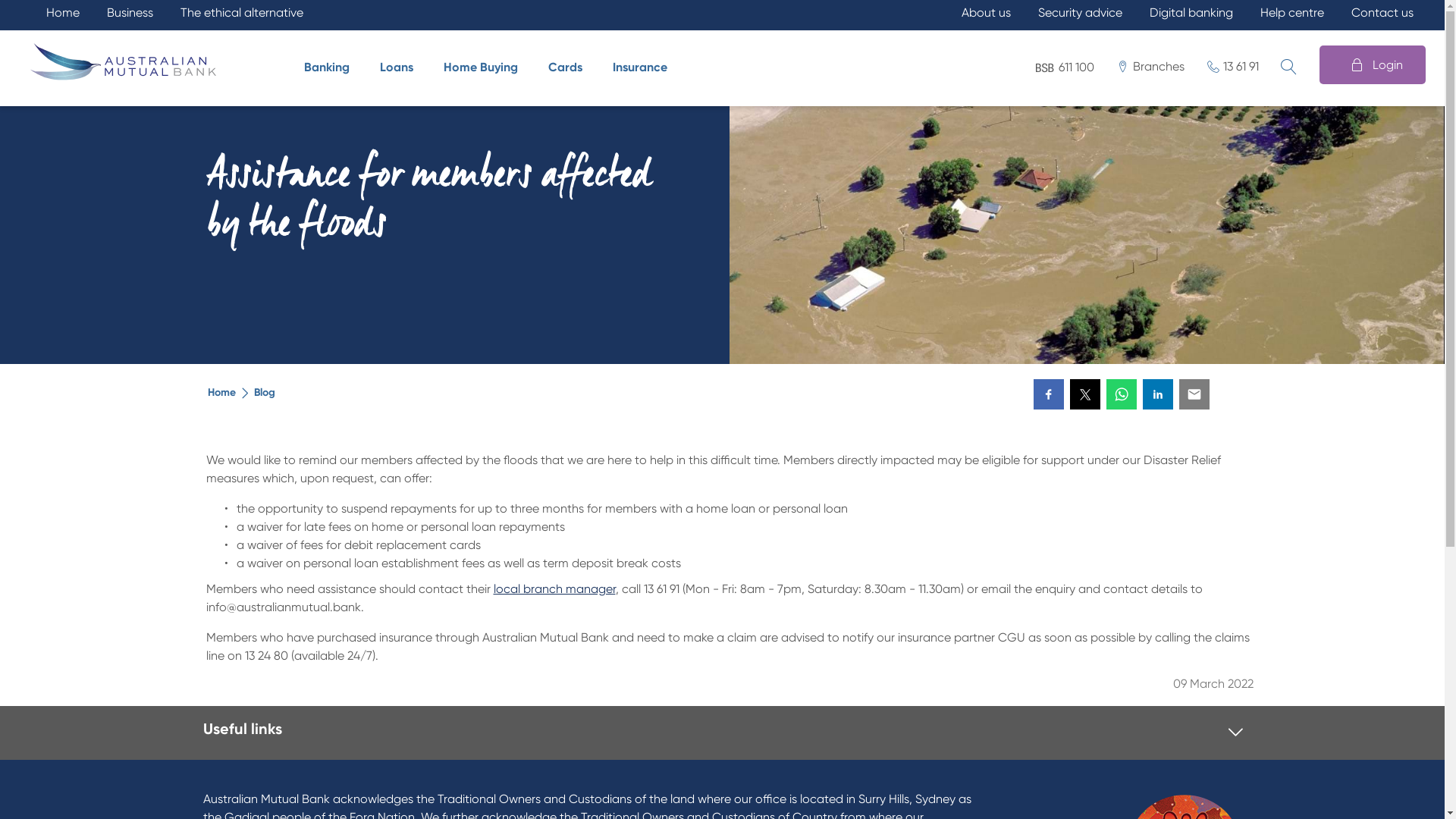 This screenshot has width=1456, height=819. I want to click on '13 61 91', so click(1233, 65).